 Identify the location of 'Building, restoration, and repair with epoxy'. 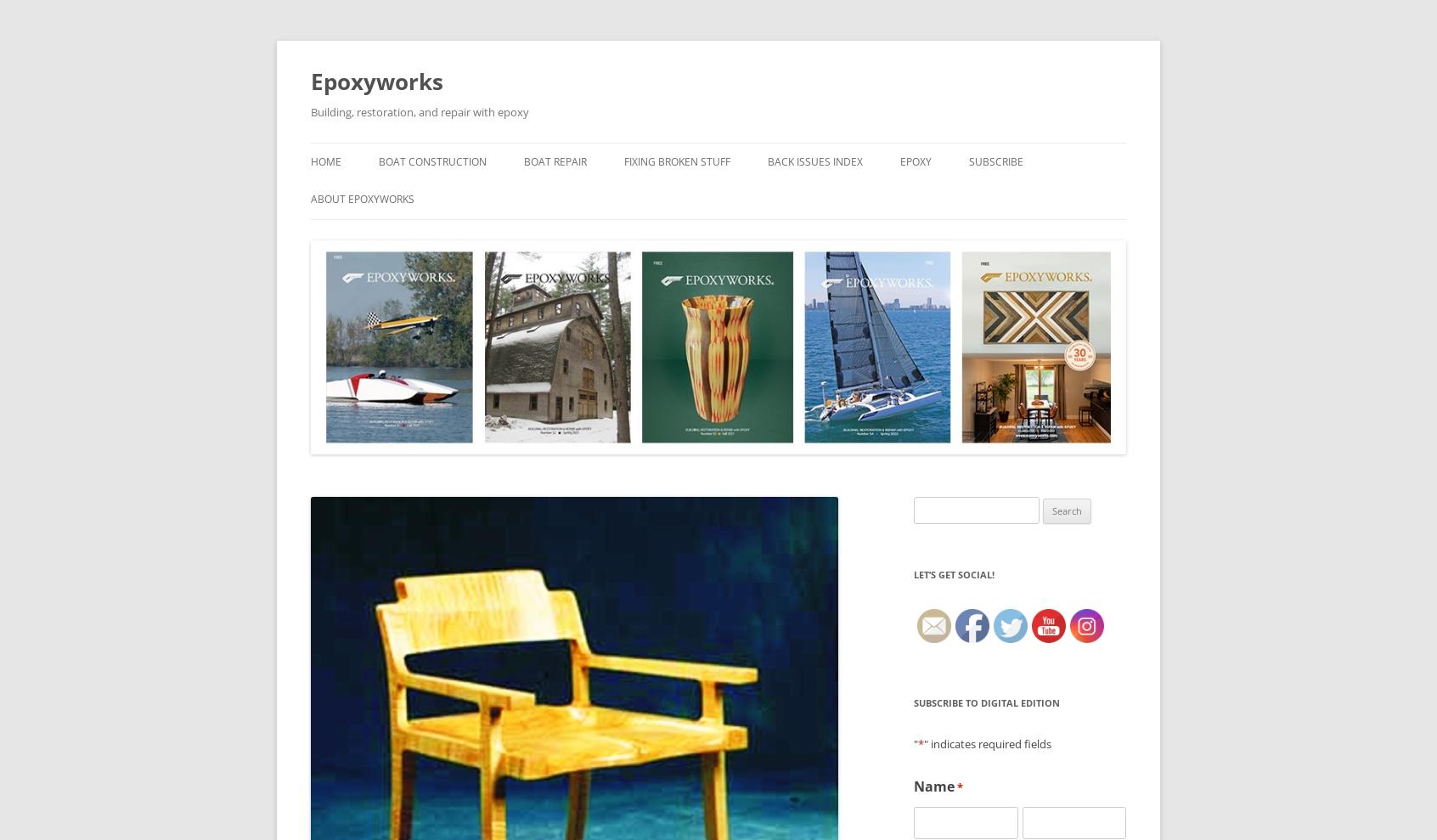
(420, 111).